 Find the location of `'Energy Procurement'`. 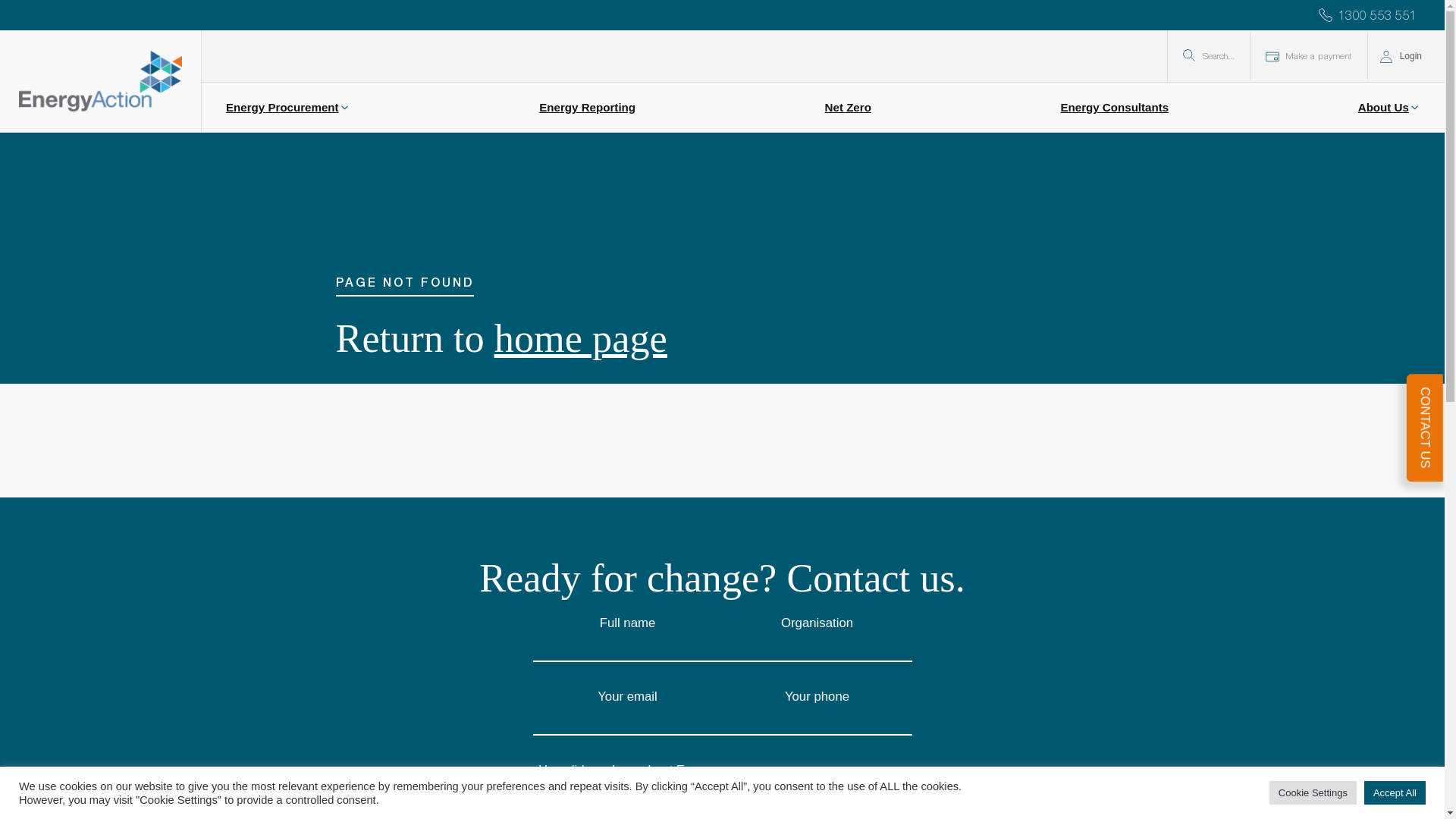

'Energy Procurement' is located at coordinates (287, 106).